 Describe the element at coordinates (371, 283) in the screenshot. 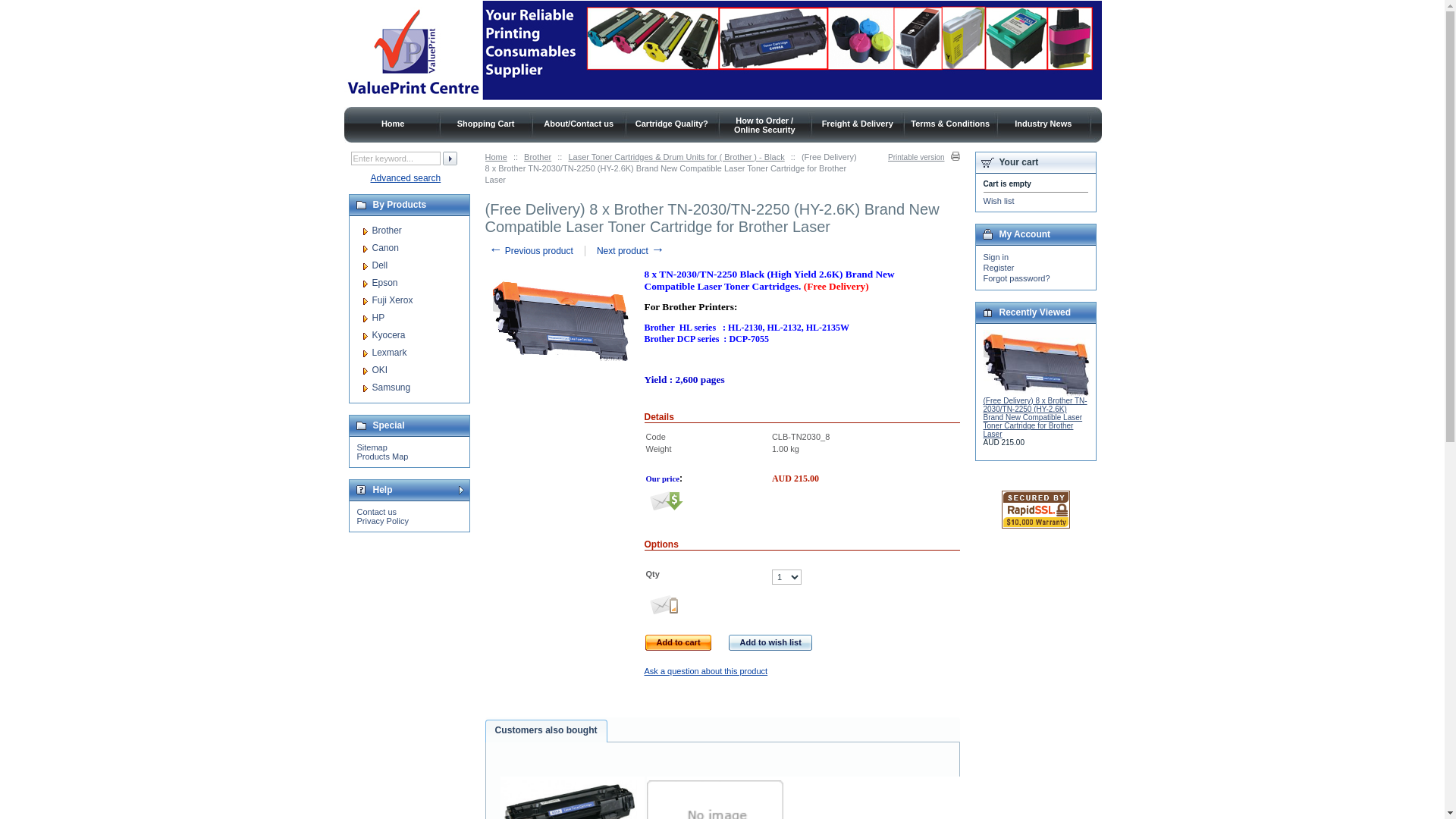

I see `'Epson'` at that location.